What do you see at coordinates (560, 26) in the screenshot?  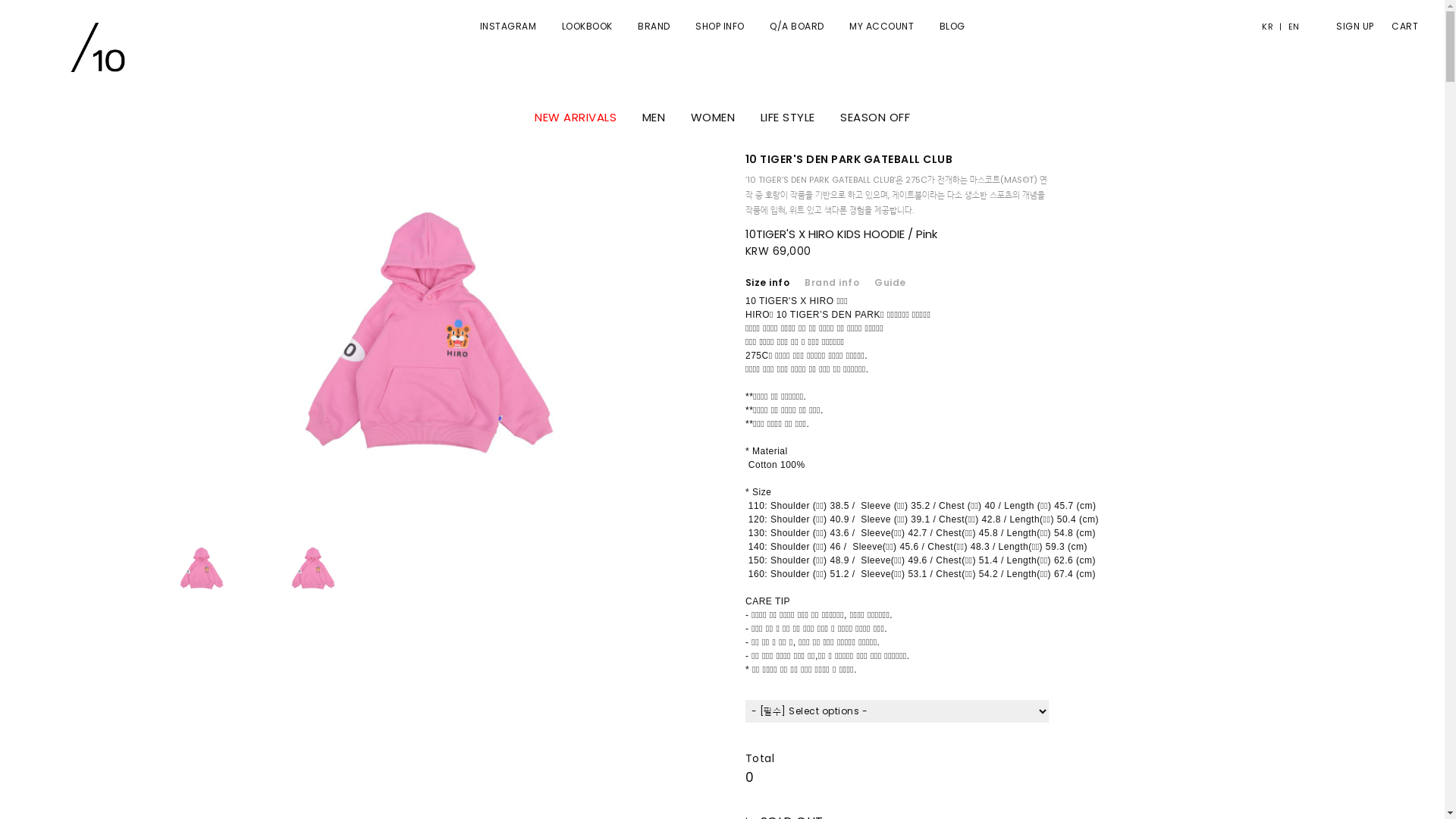 I see `'LOOKBOOK'` at bounding box center [560, 26].